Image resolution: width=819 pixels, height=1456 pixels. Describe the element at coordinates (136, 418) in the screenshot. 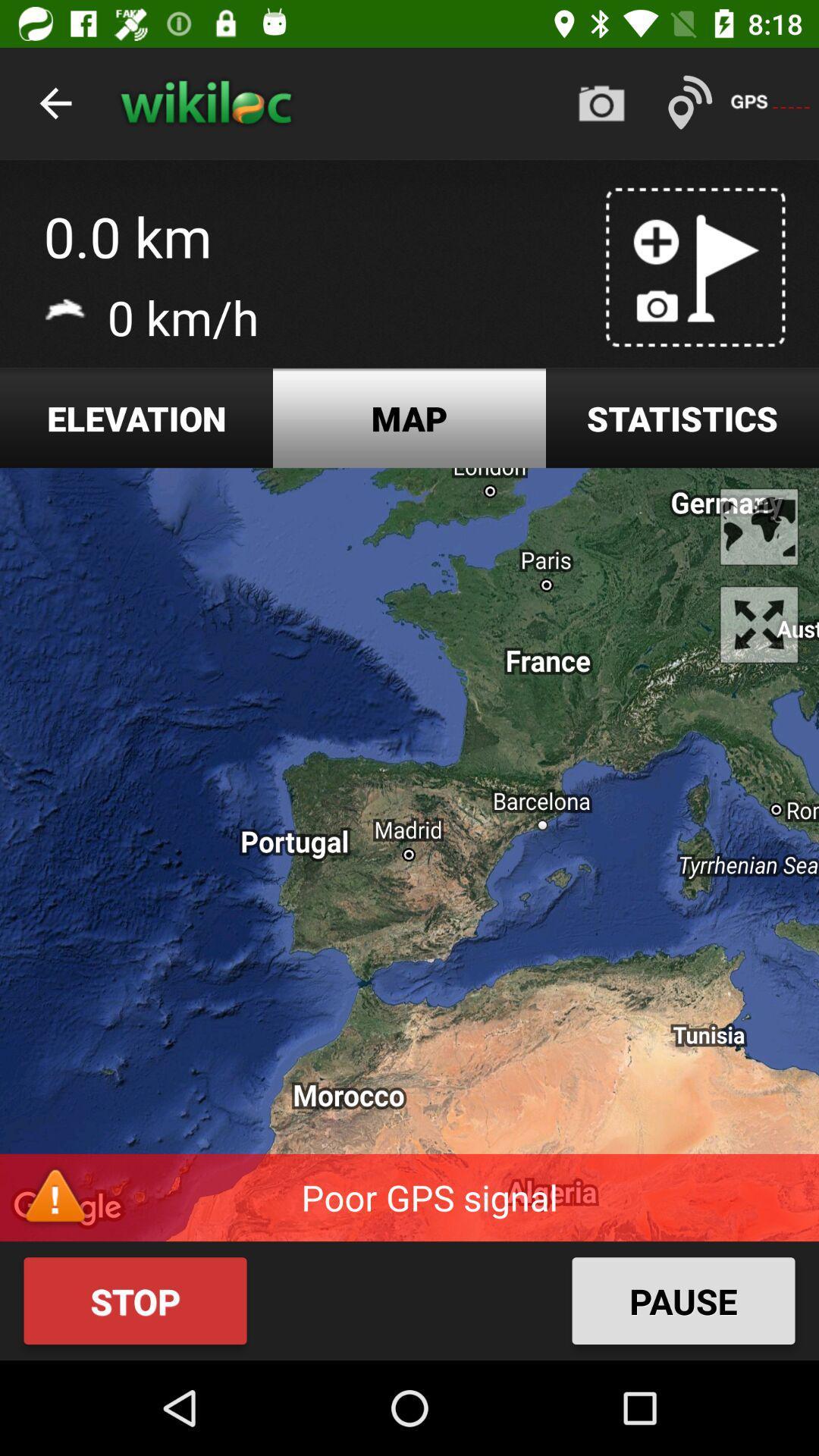

I see `the button to the left of map button` at that location.